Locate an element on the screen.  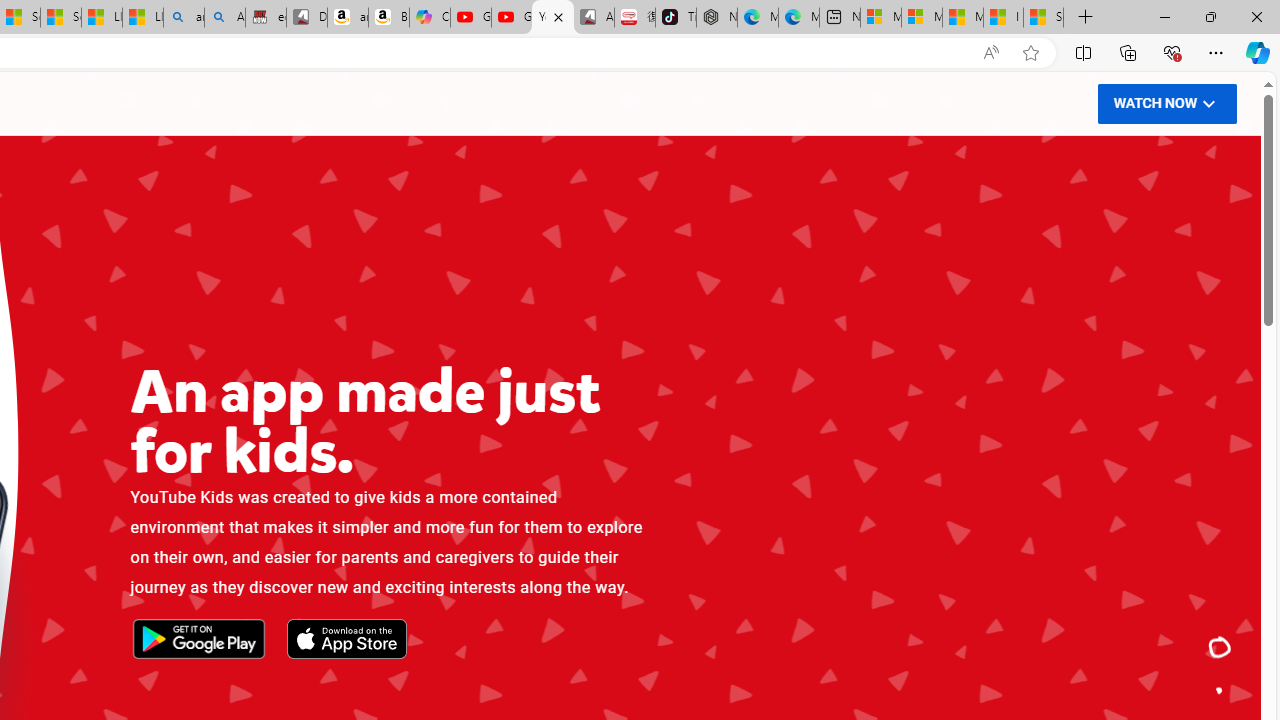
'Get it on Google Play' is located at coordinates (199, 639).